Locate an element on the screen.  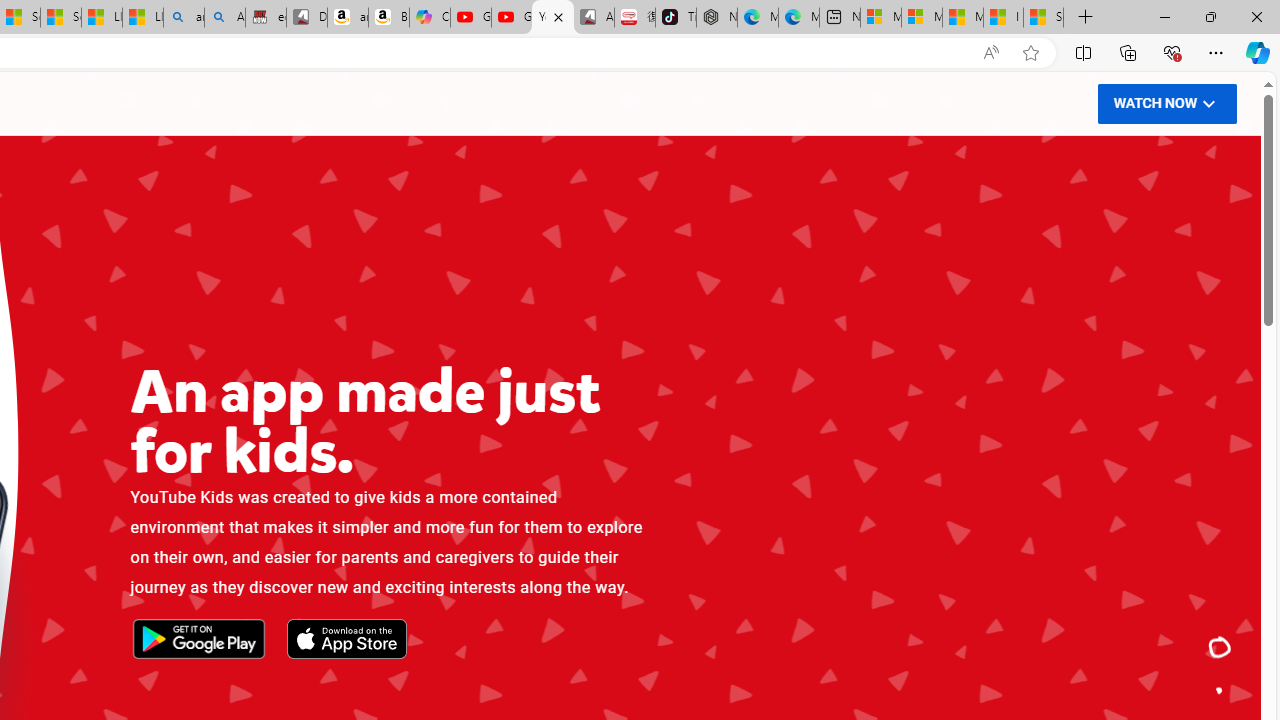
'Get it on Google Play' is located at coordinates (199, 639).